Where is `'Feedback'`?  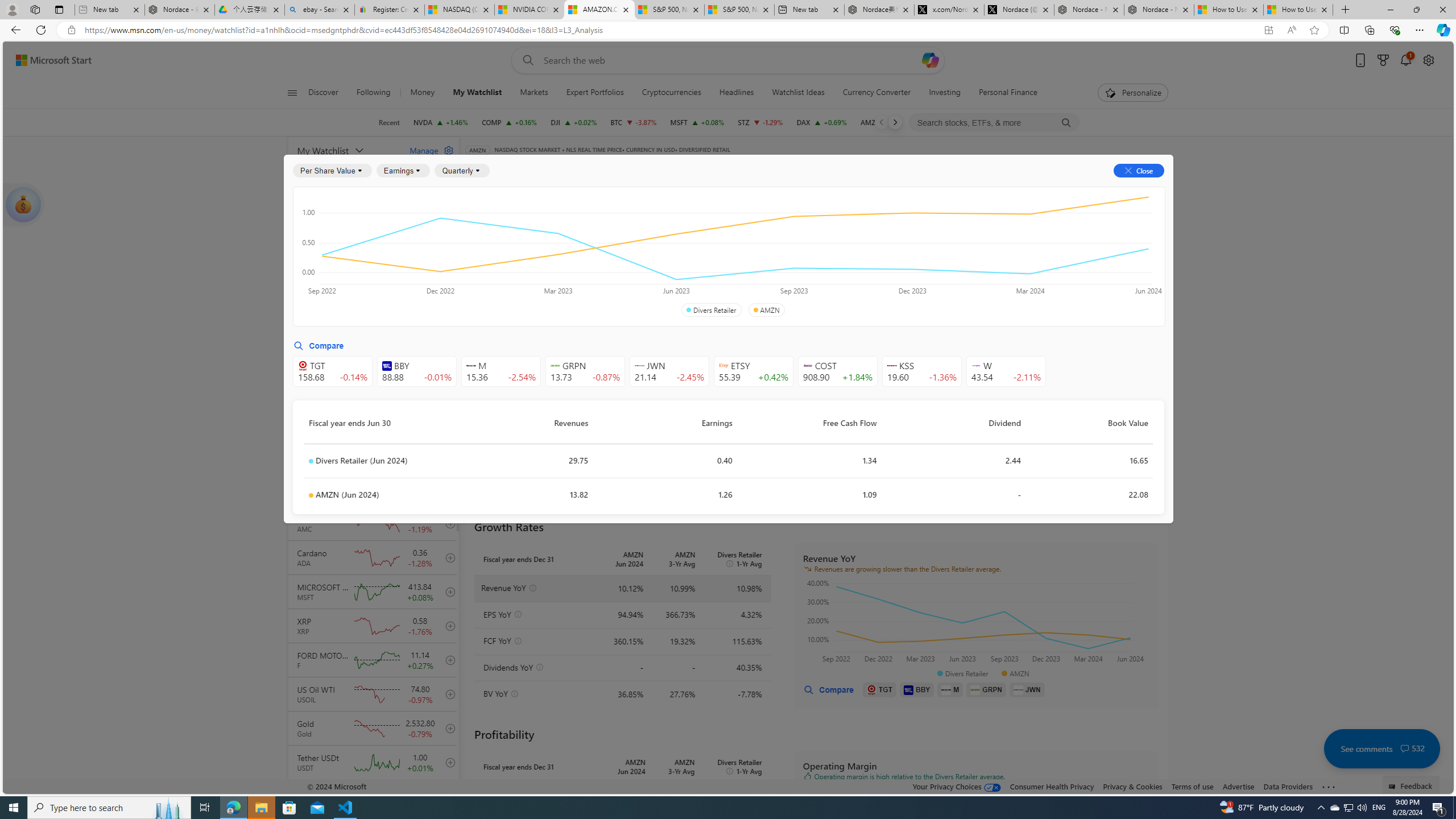 'Feedback' is located at coordinates (1410, 784).